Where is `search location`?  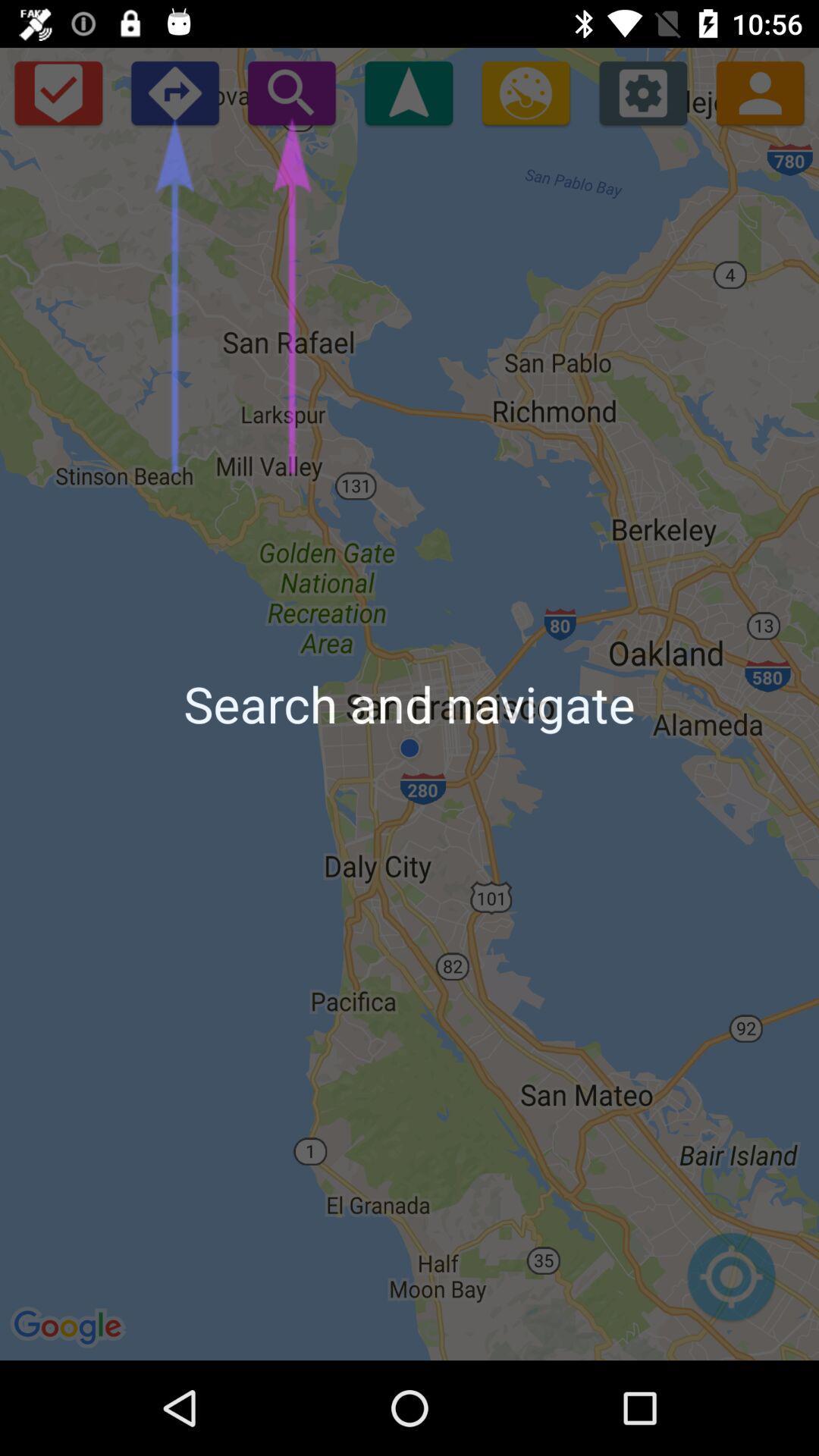
search location is located at coordinates (730, 1284).